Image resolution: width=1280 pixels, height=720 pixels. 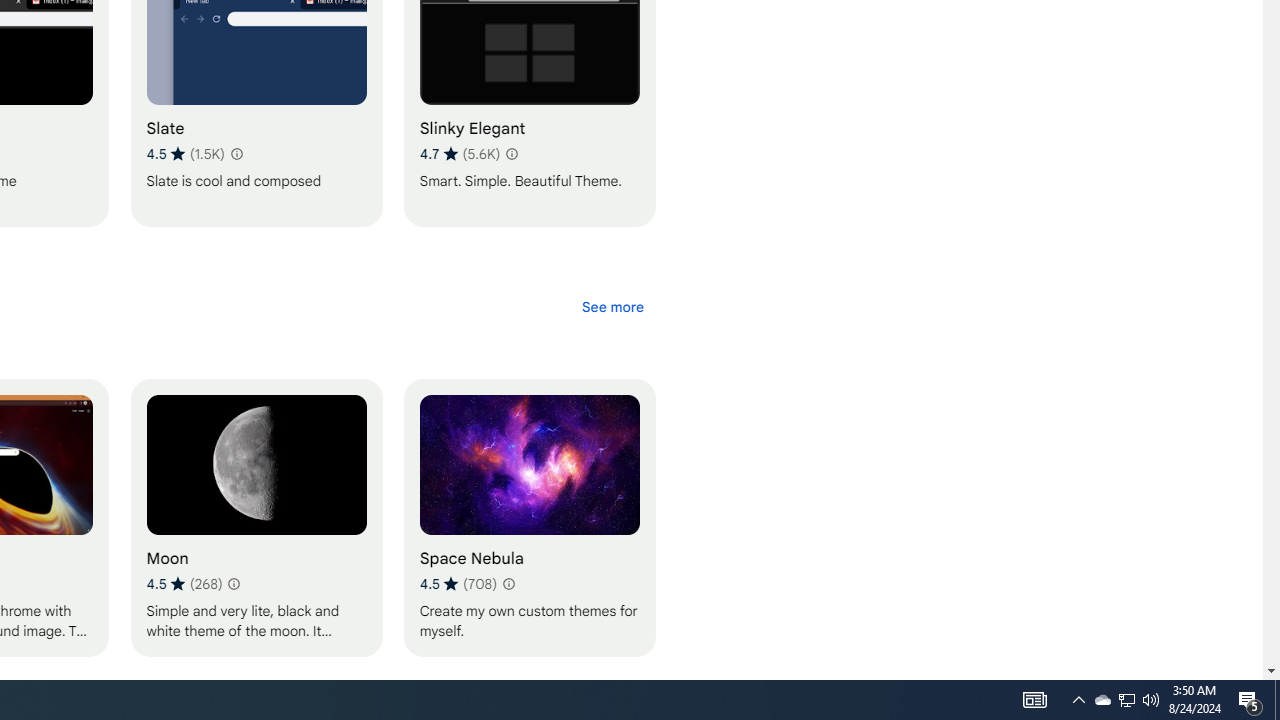 I want to click on 'Learn more about results and reviews "Slinky Elegant"', so click(x=511, y=153).